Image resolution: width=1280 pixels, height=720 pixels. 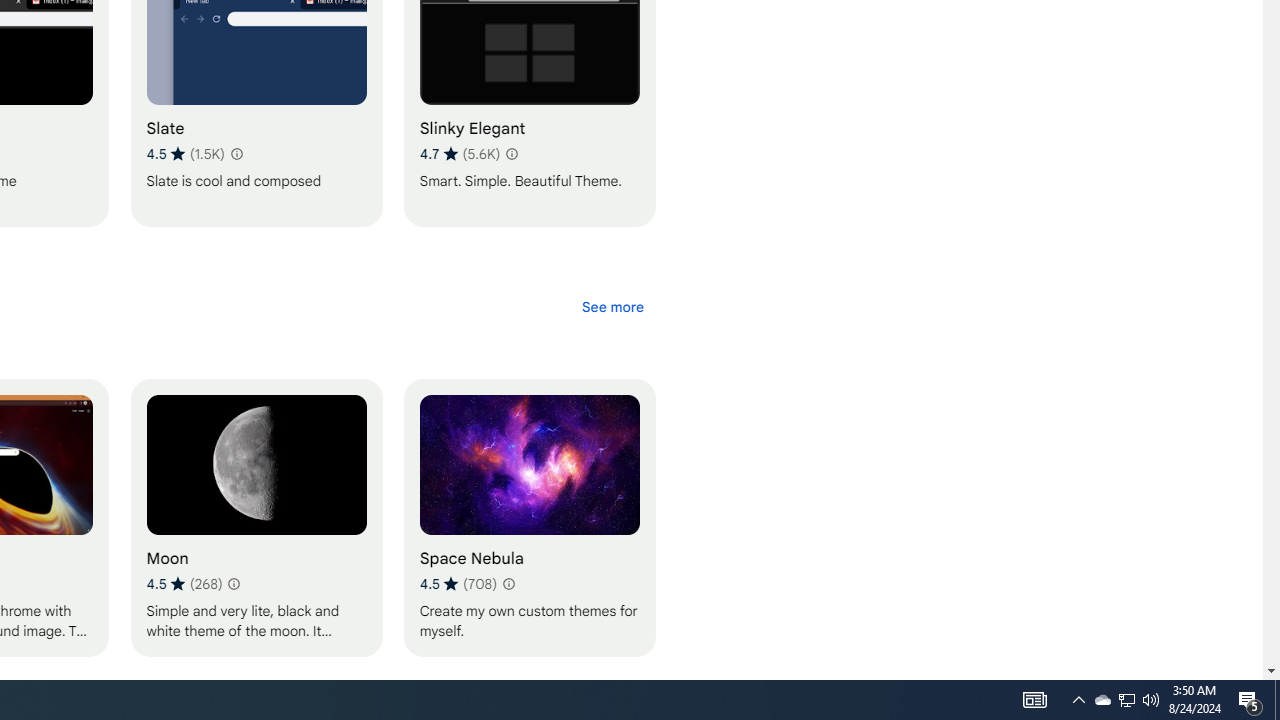 I want to click on 'Learn more about results and reviews "Slinky Elegant"', so click(x=511, y=153).